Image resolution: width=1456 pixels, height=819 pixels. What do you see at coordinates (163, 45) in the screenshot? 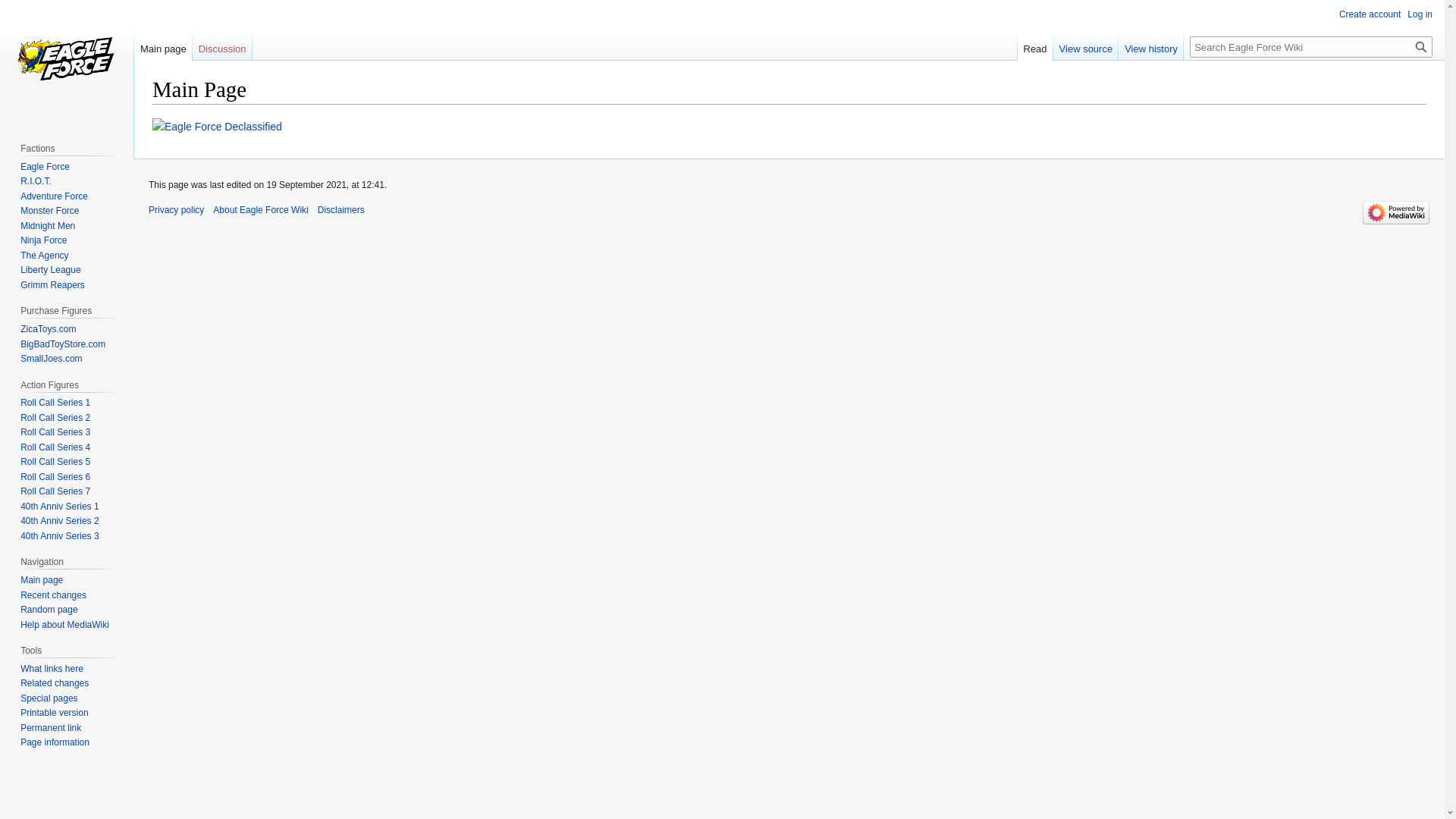
I see `'Main page'` at bounding box center [163, 45].